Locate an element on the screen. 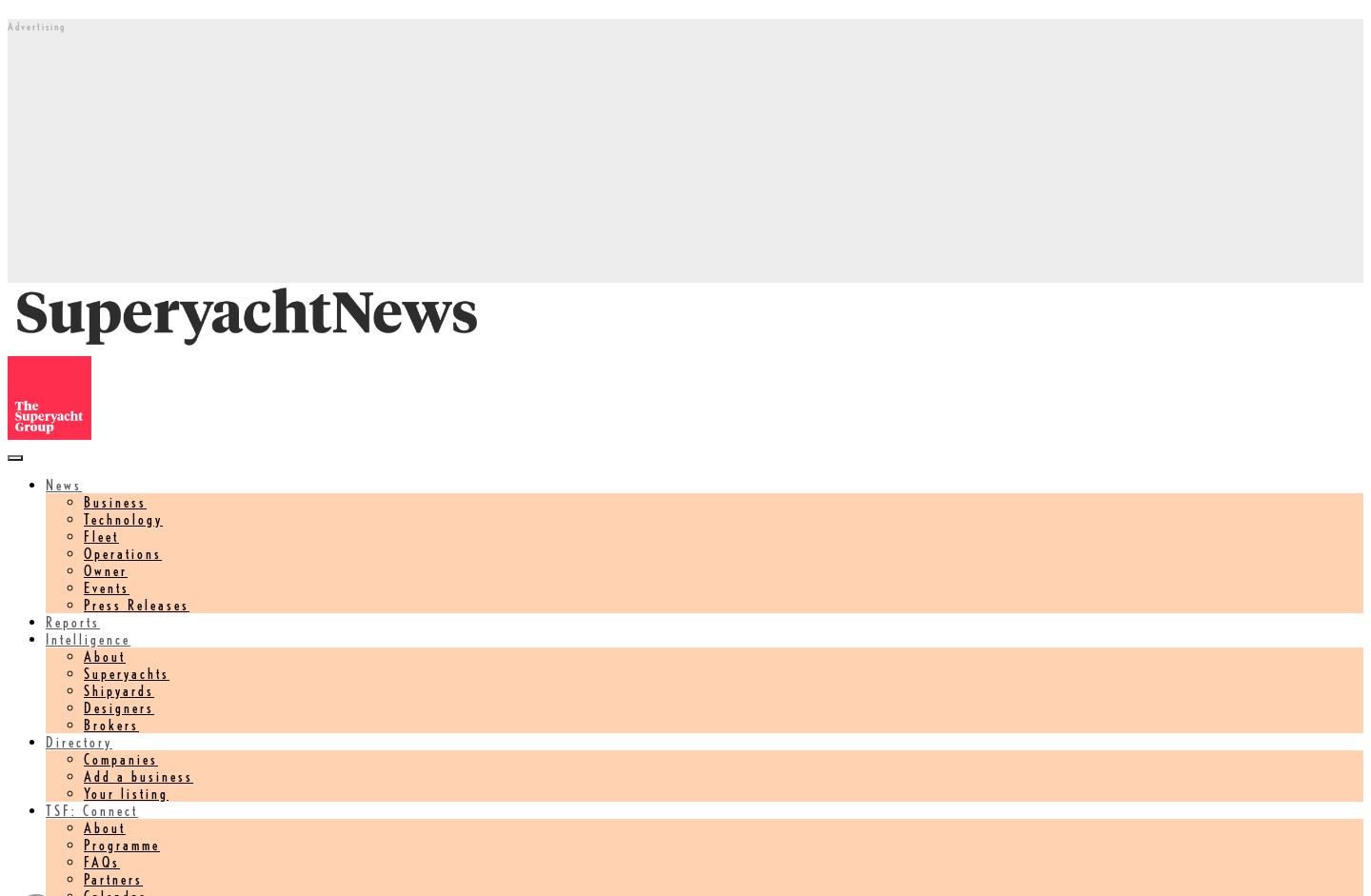 The width and height of the screenshot is (1371, 896). 'Your listing' is located at coordinates (83, 791).